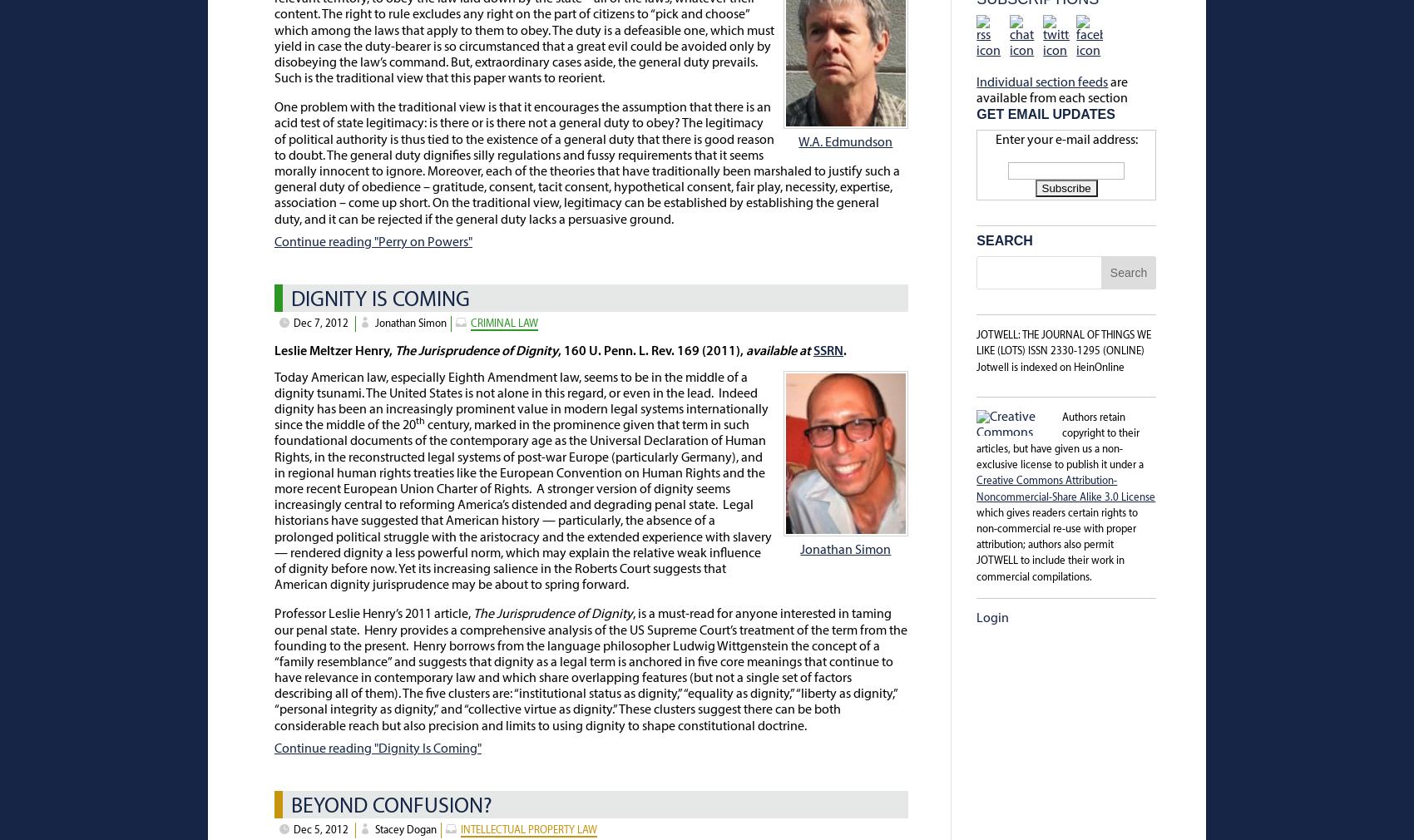  Describe the element at coordinates (520, 401) in the screenshot. I see `'Today American law, especially Eighth Amendment law, seems to be in the middle of a dignity tsunami. The United States is not alone in this regard, or even in the lead.  Indeed dignity has been an increasingly prominent value in modern legal systems internationally since the middle of the 20'` at that location.